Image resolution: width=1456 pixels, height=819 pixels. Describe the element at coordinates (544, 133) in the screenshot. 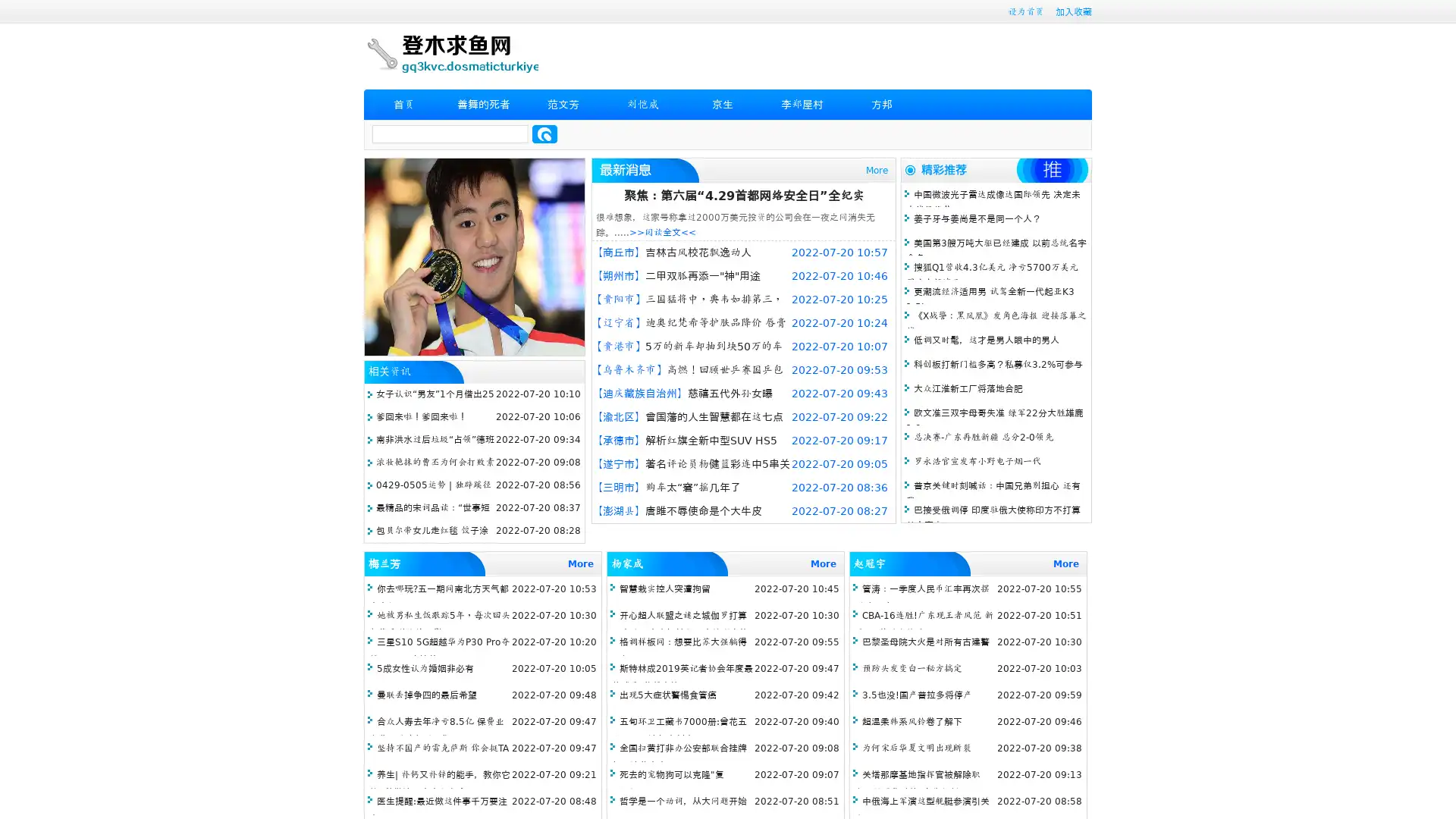

I see `Search` at that location.